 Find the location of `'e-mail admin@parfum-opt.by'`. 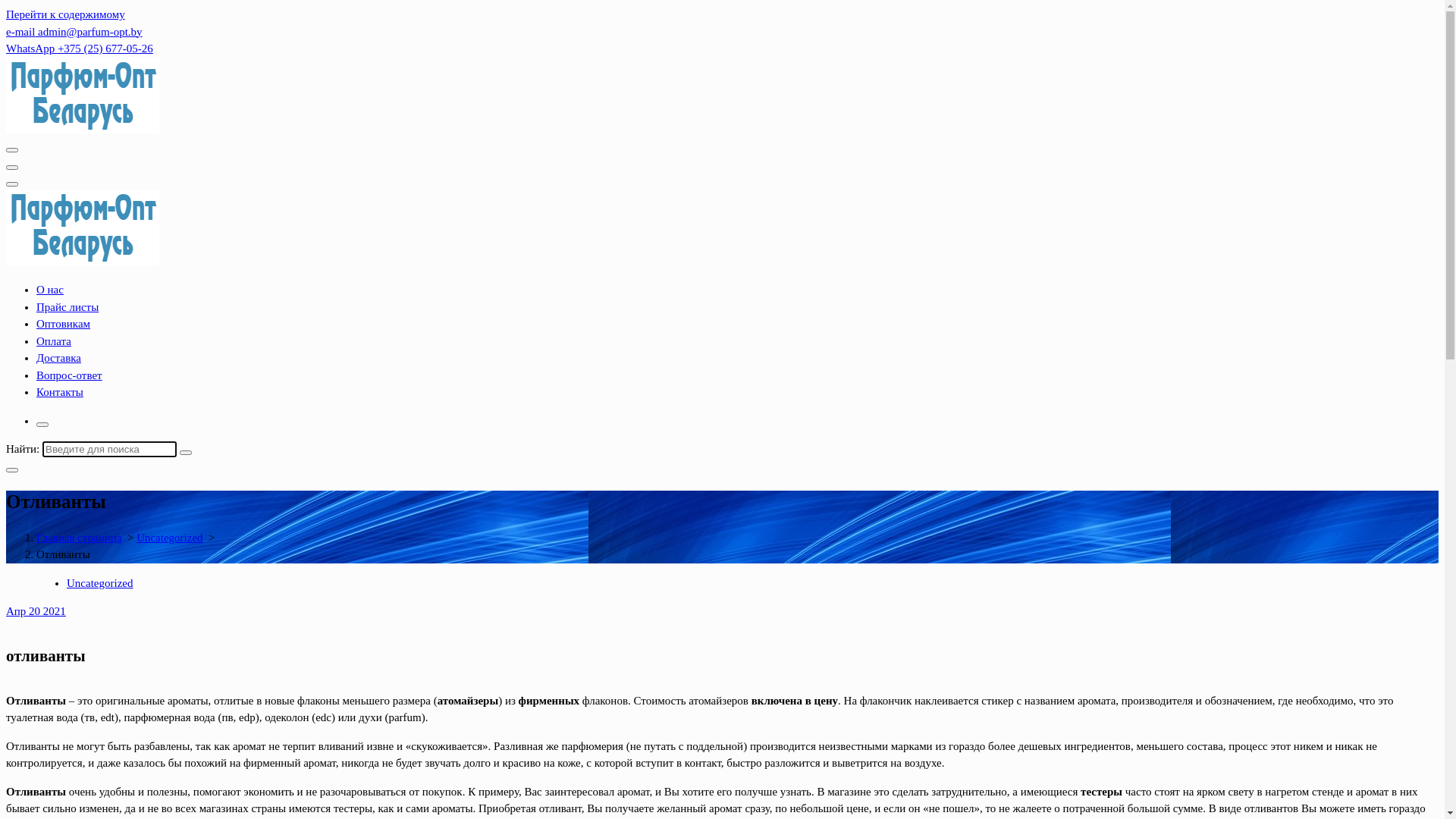

'e-mail admin@parfum-opt.by' is located at coordinates (6, 32).